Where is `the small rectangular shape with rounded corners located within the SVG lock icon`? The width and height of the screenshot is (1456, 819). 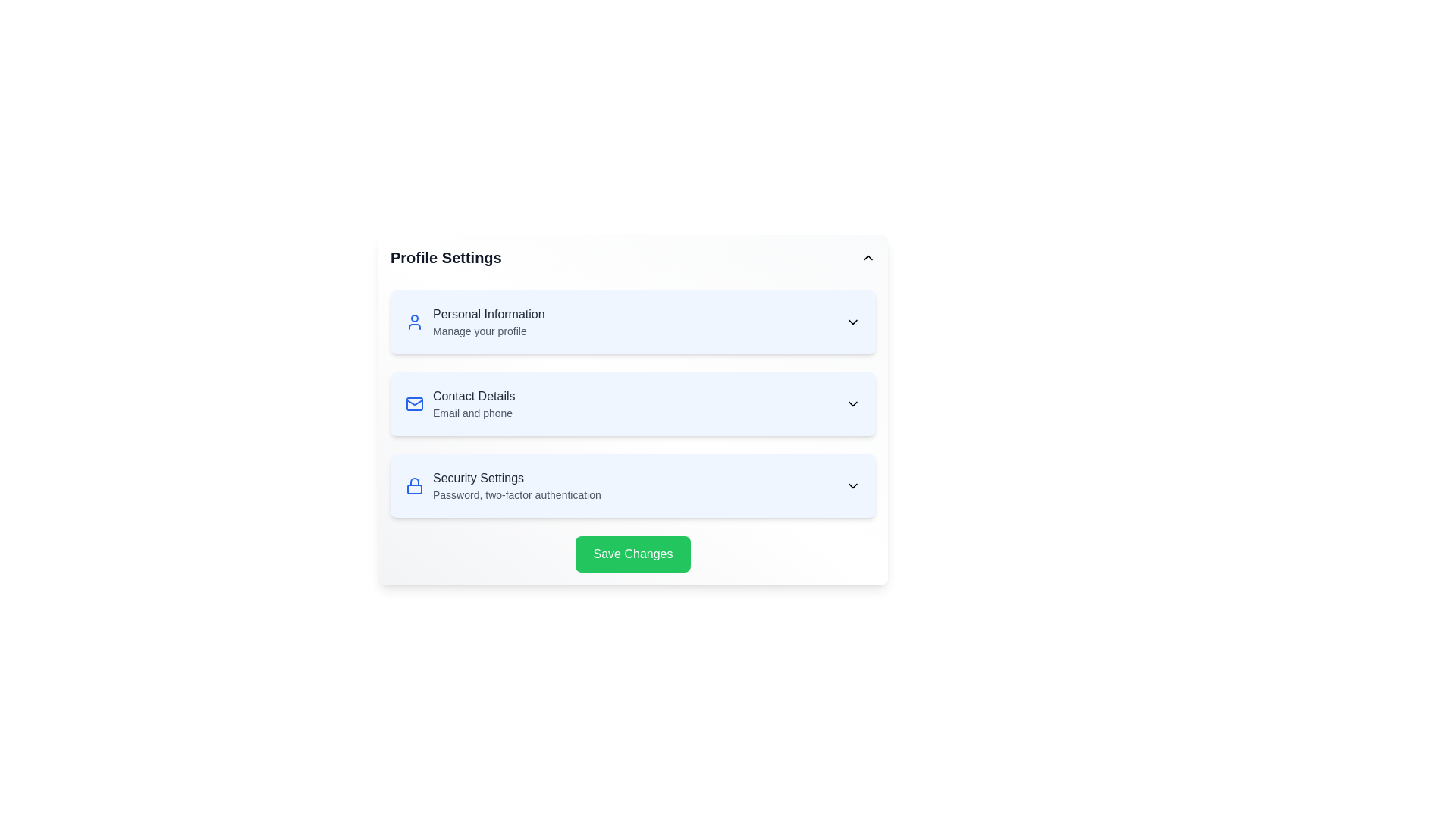 the small rectangular shape with rounded corners located within the SVG lock icon is located at coordinates (415, 489).